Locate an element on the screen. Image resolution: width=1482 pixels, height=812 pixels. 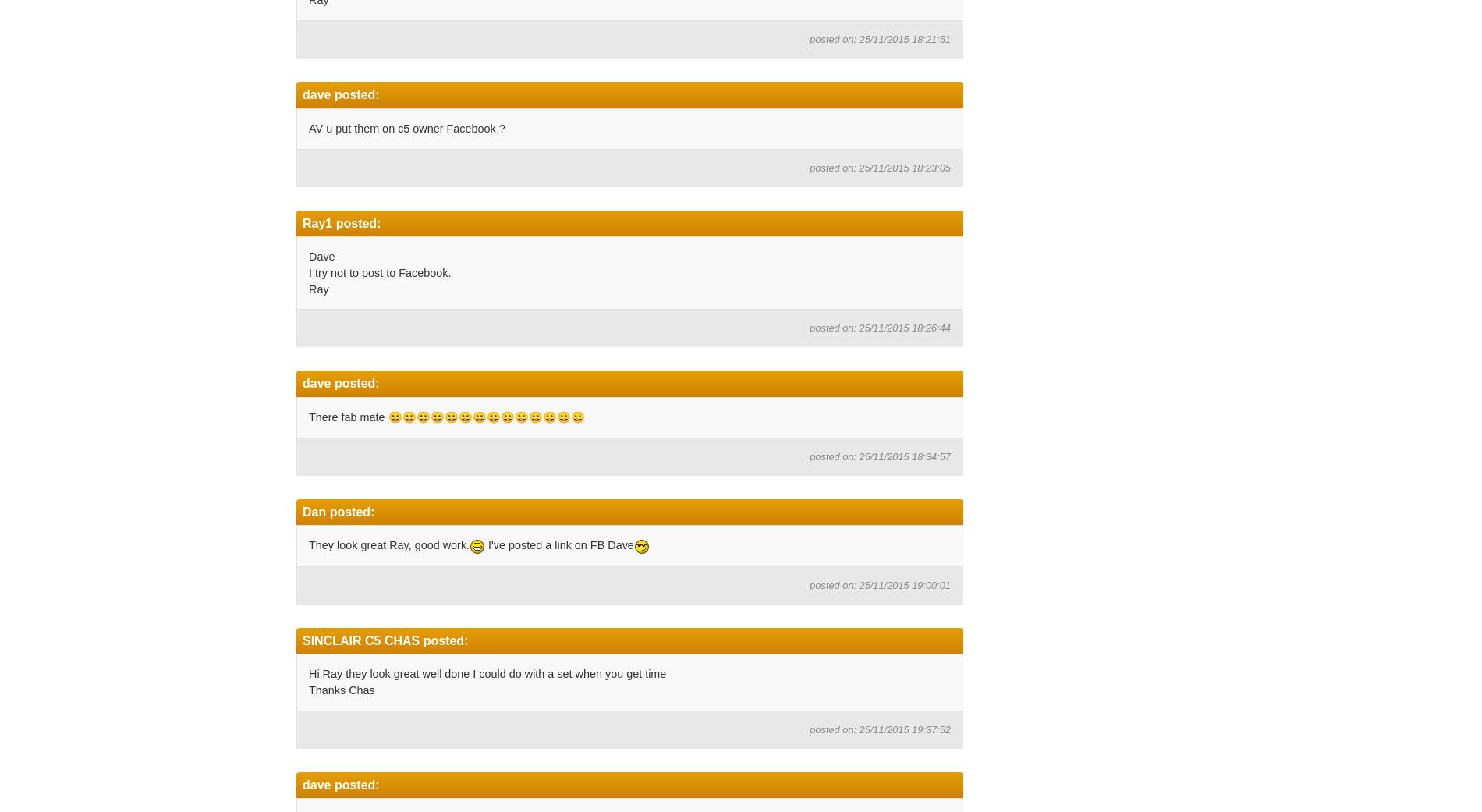
'posted on: 25/11/2015 18:21:51' is located at coordinates (809, 38).